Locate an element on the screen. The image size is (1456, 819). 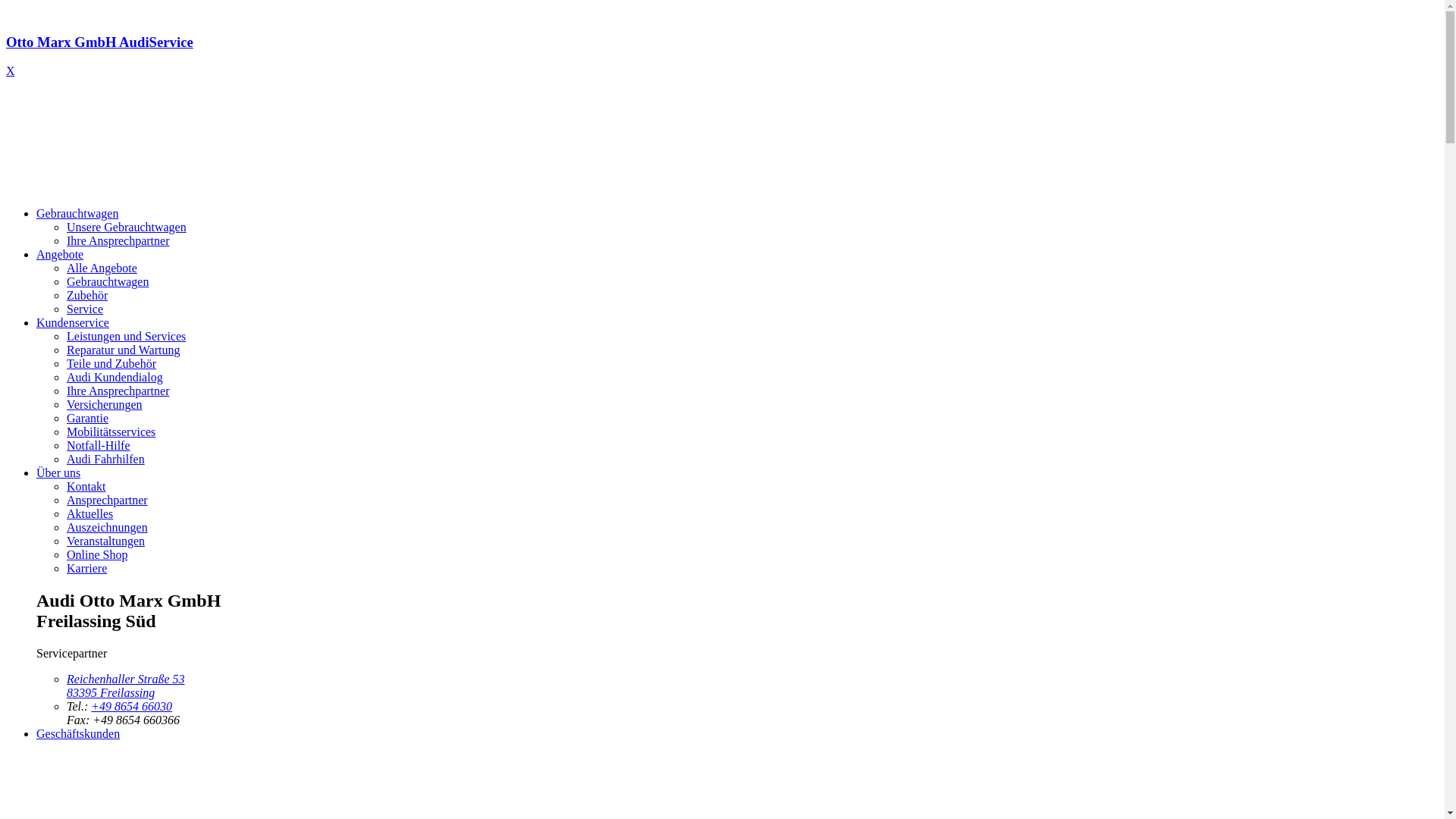
'Ansprechpartner' is located at coordinates (106, 500).